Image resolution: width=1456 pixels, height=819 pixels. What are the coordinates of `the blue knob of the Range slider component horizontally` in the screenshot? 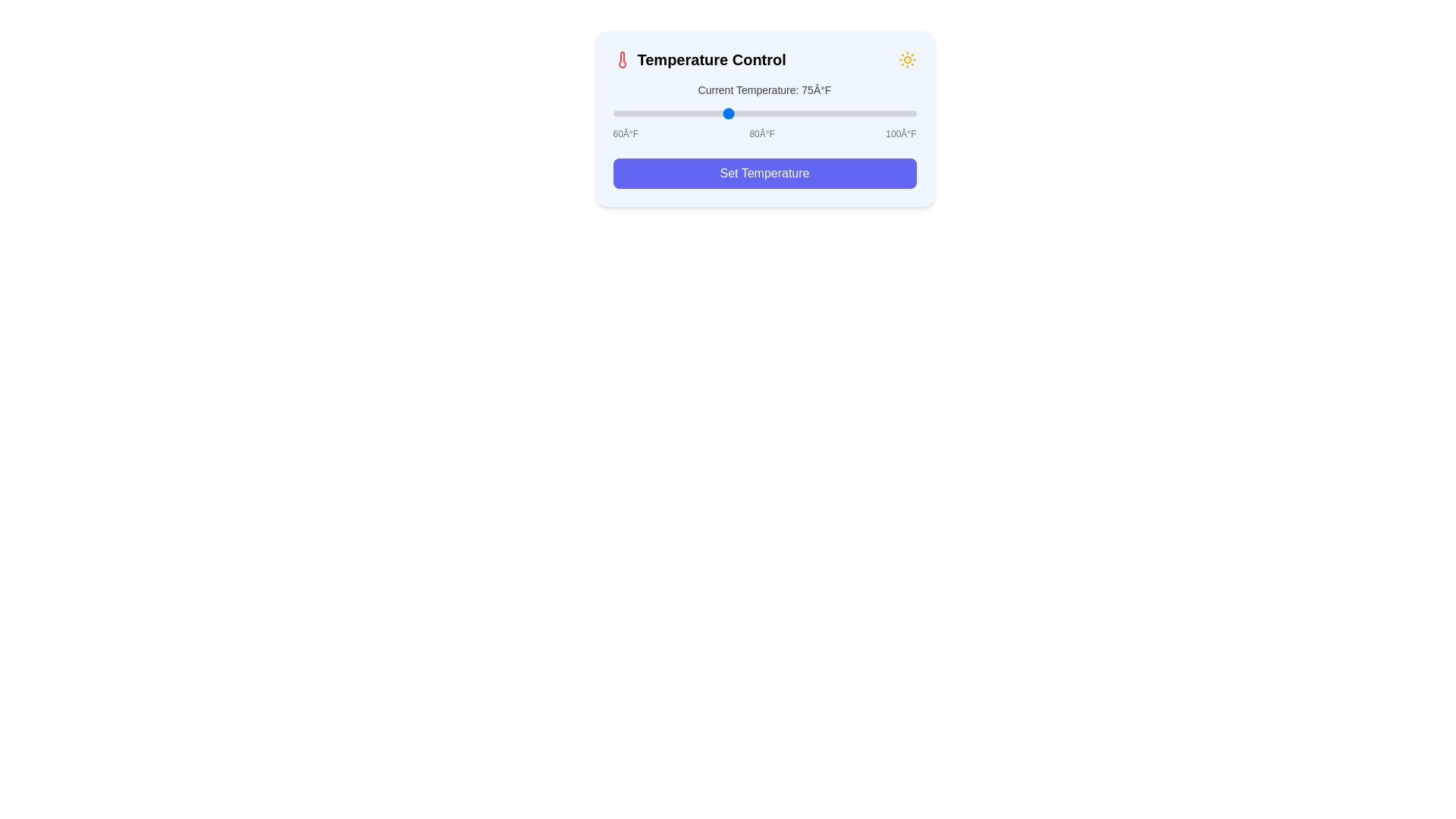 It's located at (764, 110).